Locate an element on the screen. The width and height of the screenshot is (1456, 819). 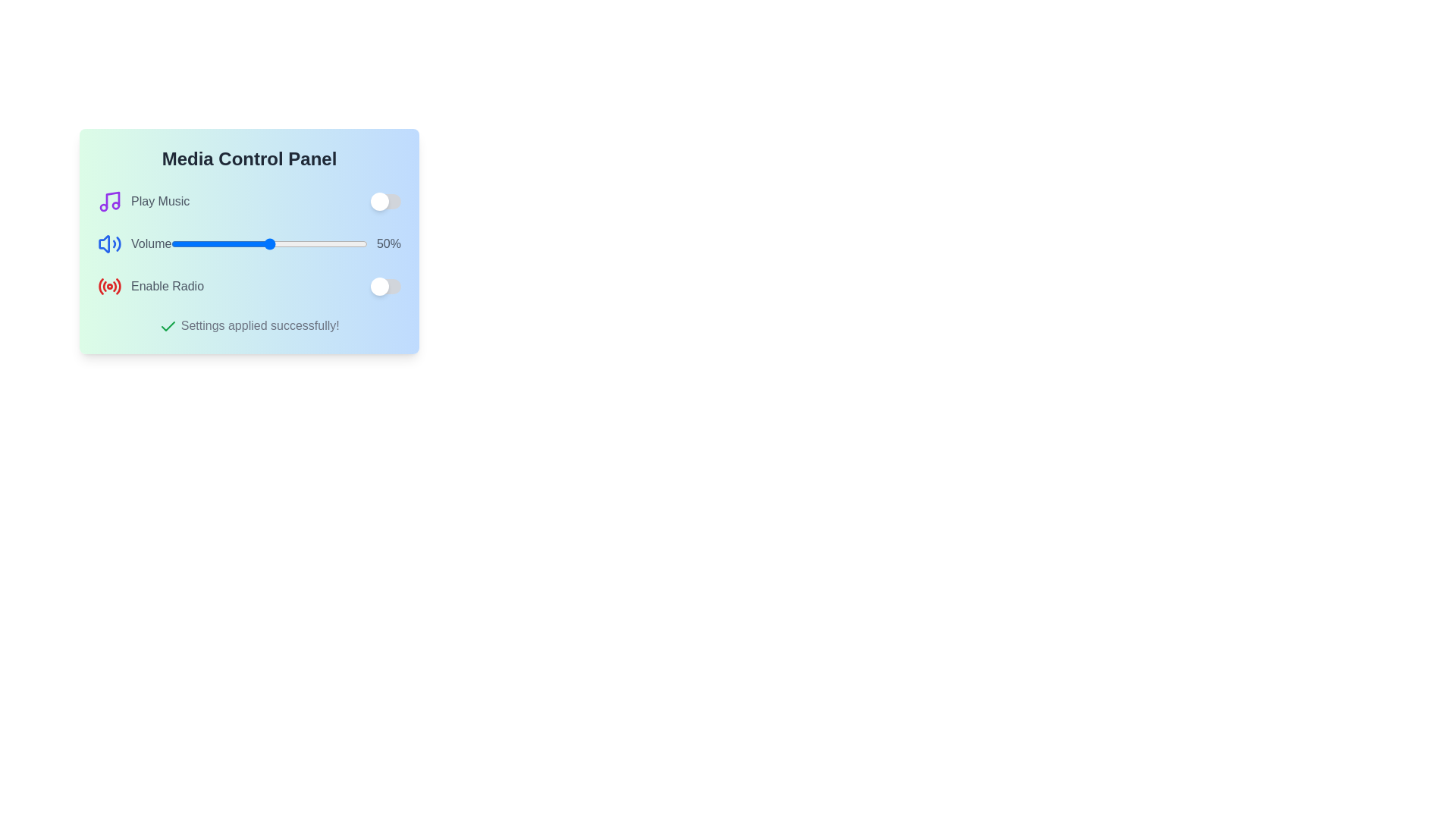
the volume slider control located within the 'Media Control Panel' card, positioned between the 'Volume' label and the '50%' text is located at coordinates (269, 243).